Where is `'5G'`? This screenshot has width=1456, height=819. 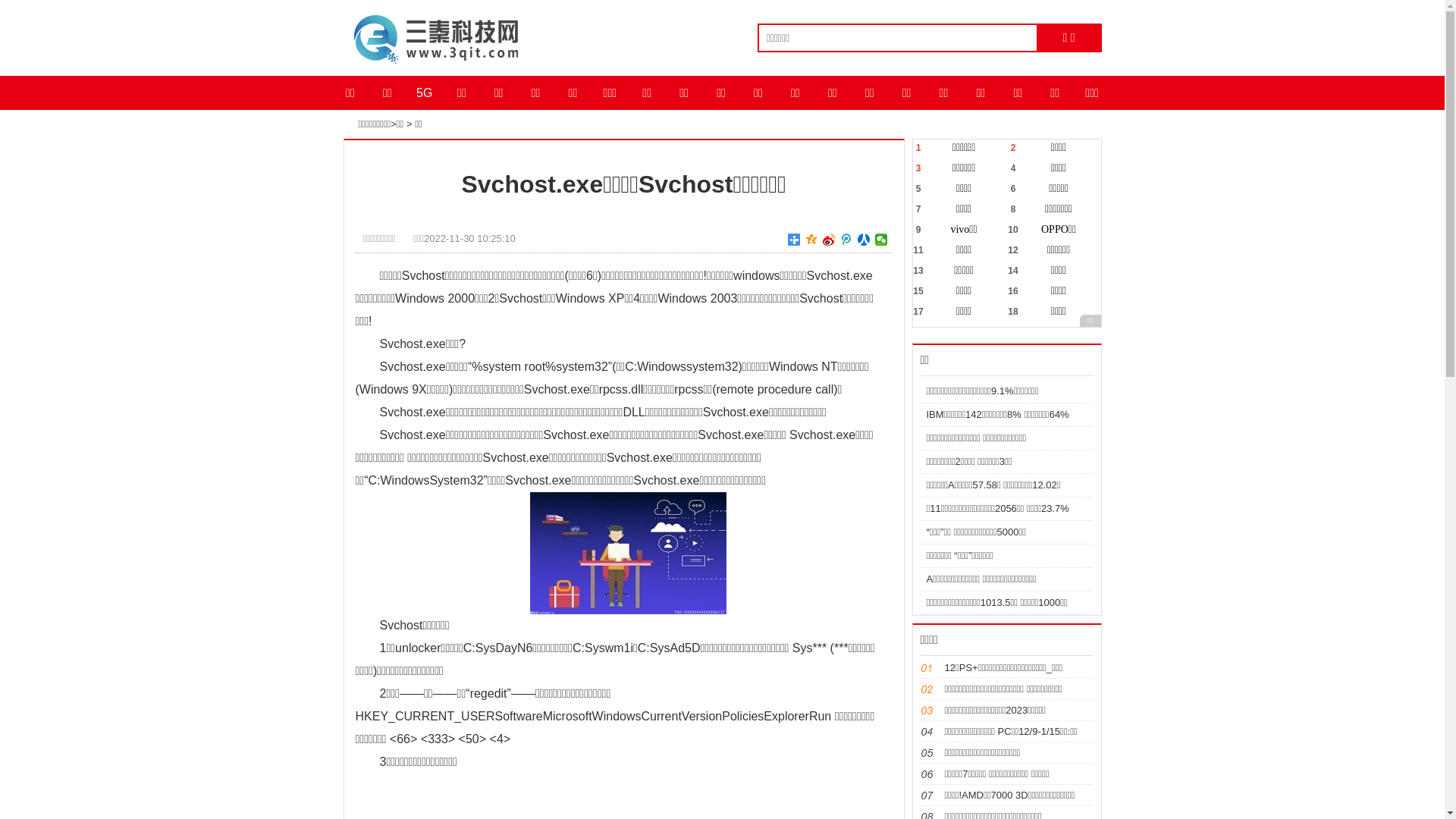 '5G' is located at coordinates (405, 93).